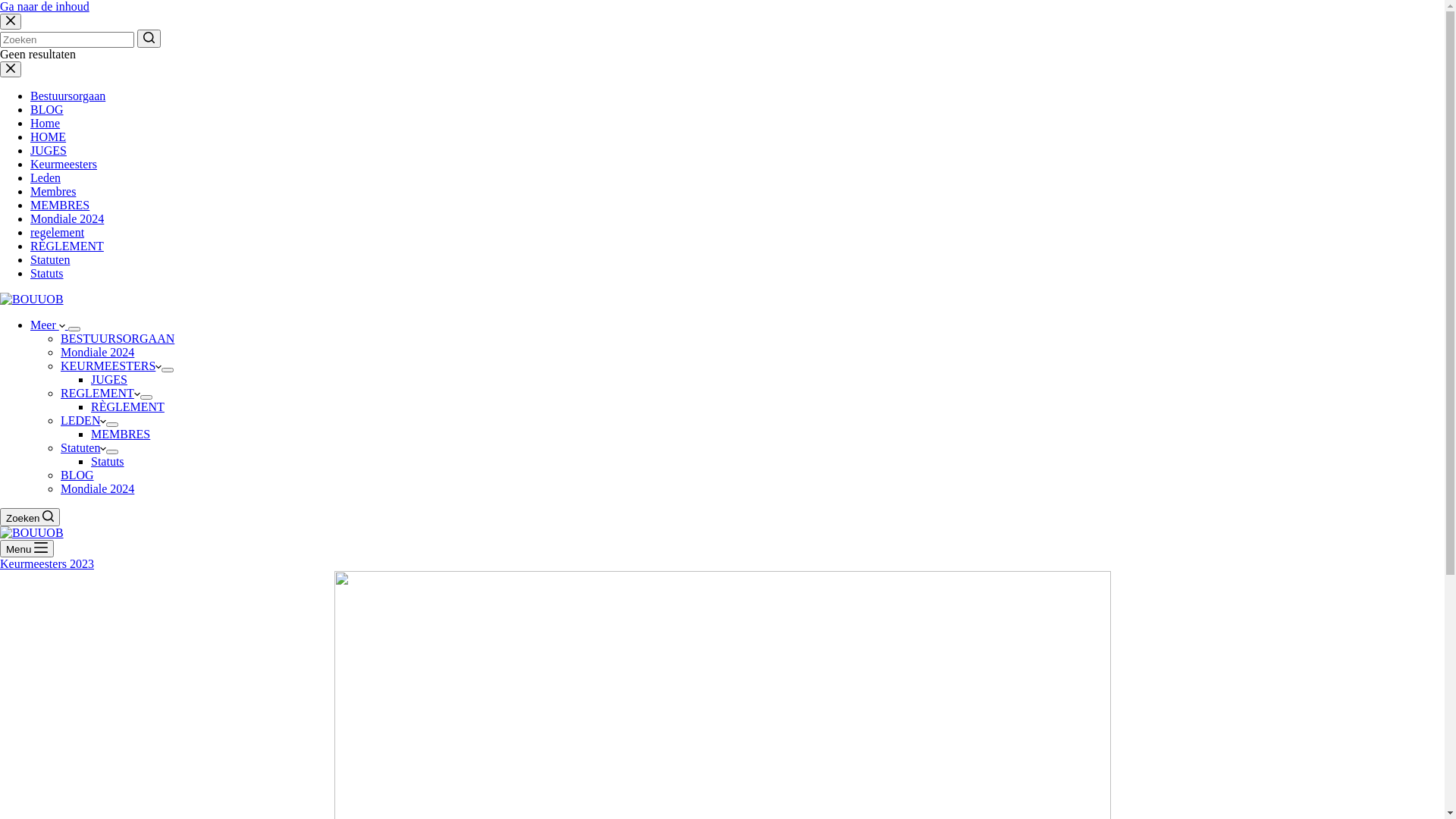 The image size is (1456, 819). What do you see at coordinates (44, 6) in the screenshot?
I see `'Ga naar de inhoud'` at bounding box center [44, 6].